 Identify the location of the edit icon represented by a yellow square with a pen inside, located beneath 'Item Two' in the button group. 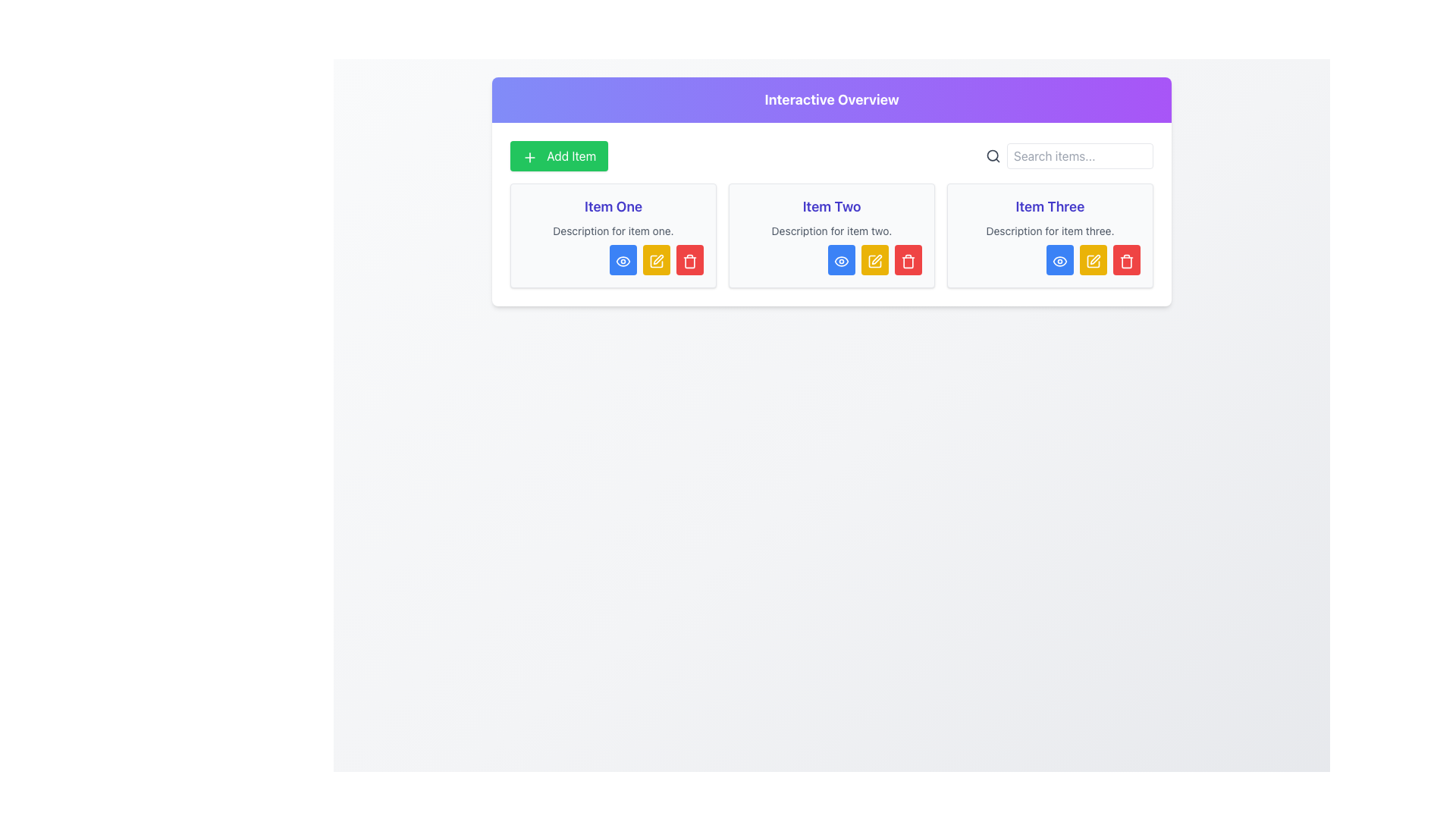
(874, 259).